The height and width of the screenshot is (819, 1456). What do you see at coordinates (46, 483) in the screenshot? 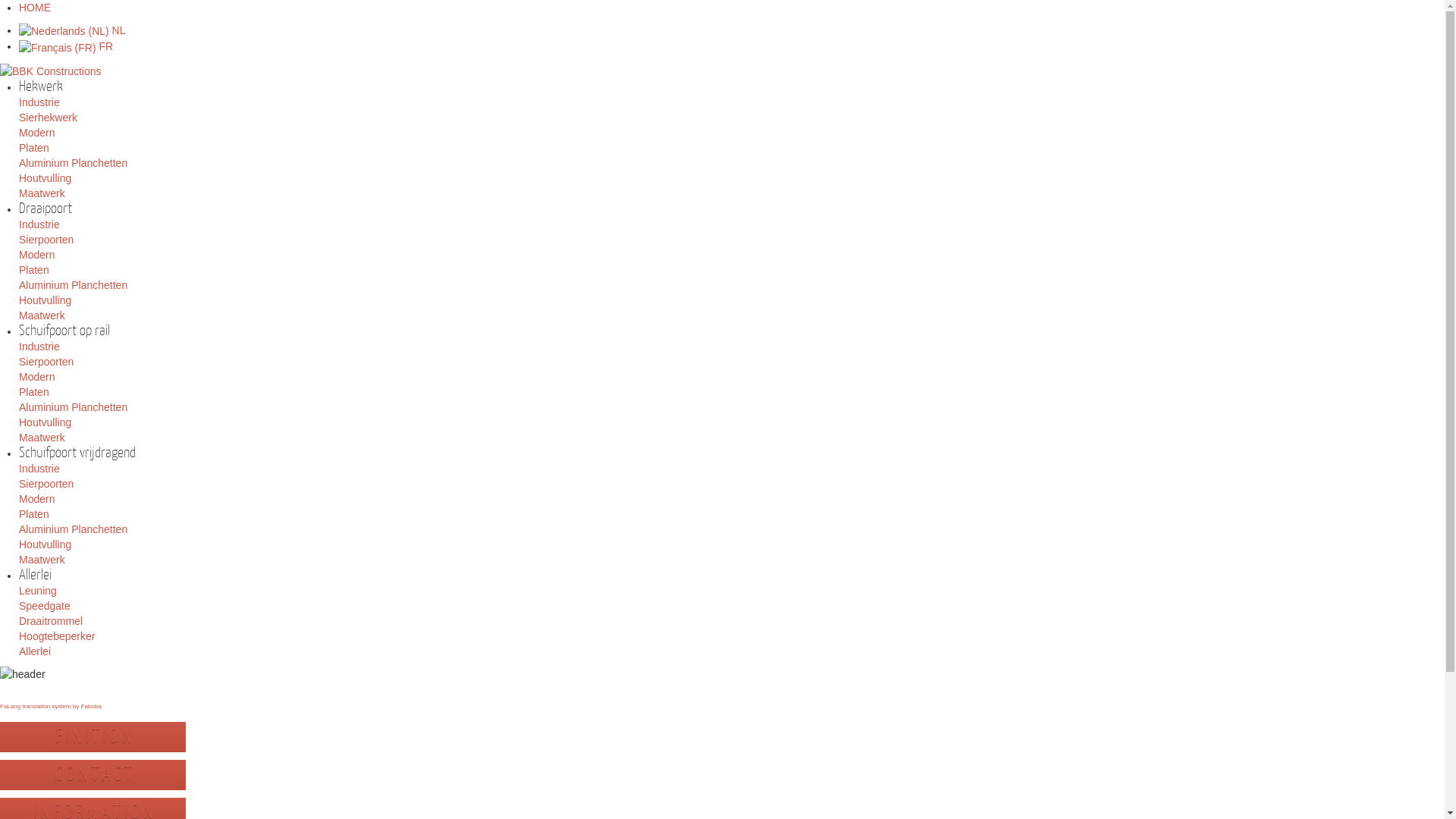
I see `'Sierpoorten'` at bounding box center [46, 483].